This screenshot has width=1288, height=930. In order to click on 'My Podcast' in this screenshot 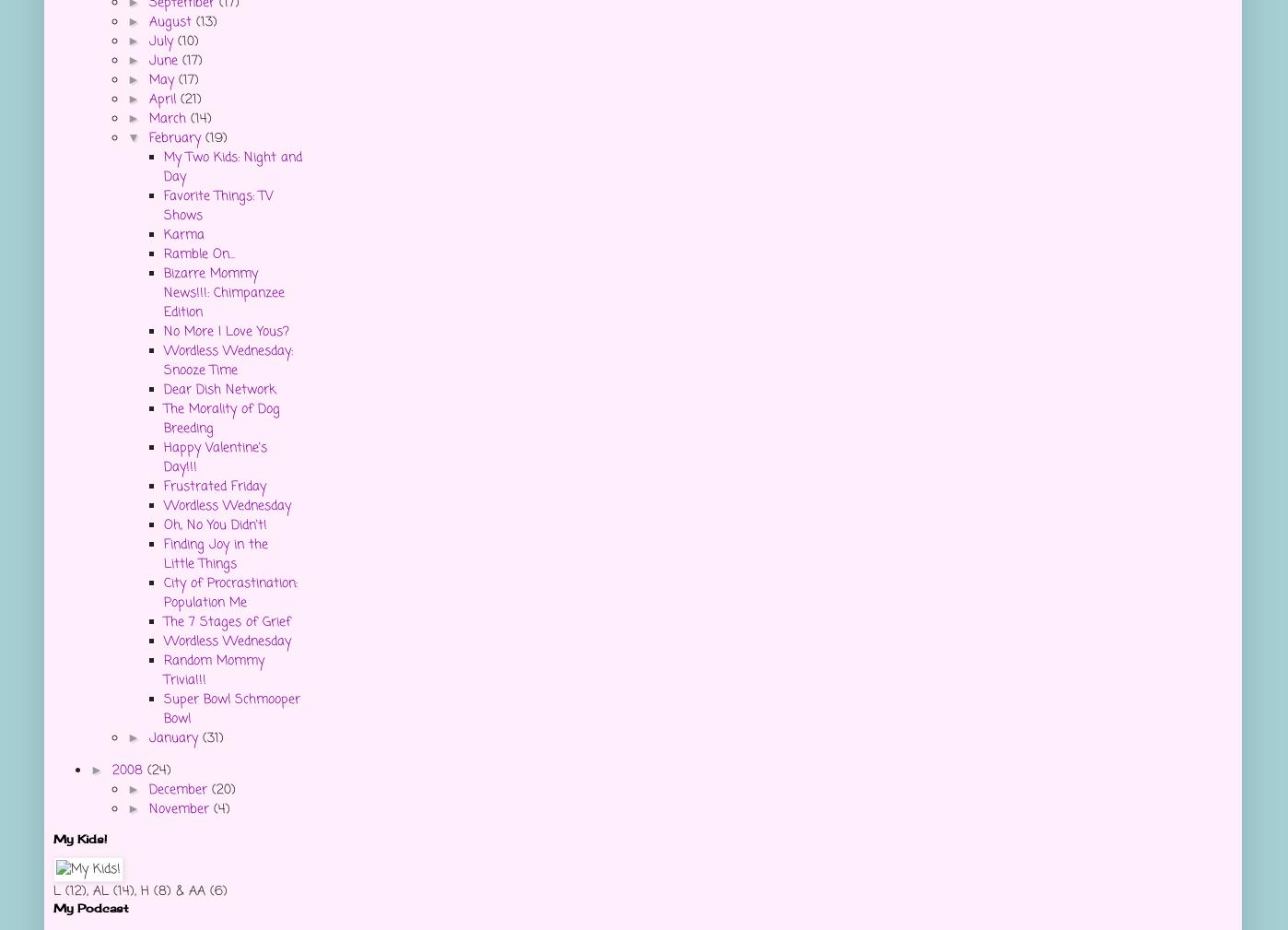, I will do `click(90, 908)`.